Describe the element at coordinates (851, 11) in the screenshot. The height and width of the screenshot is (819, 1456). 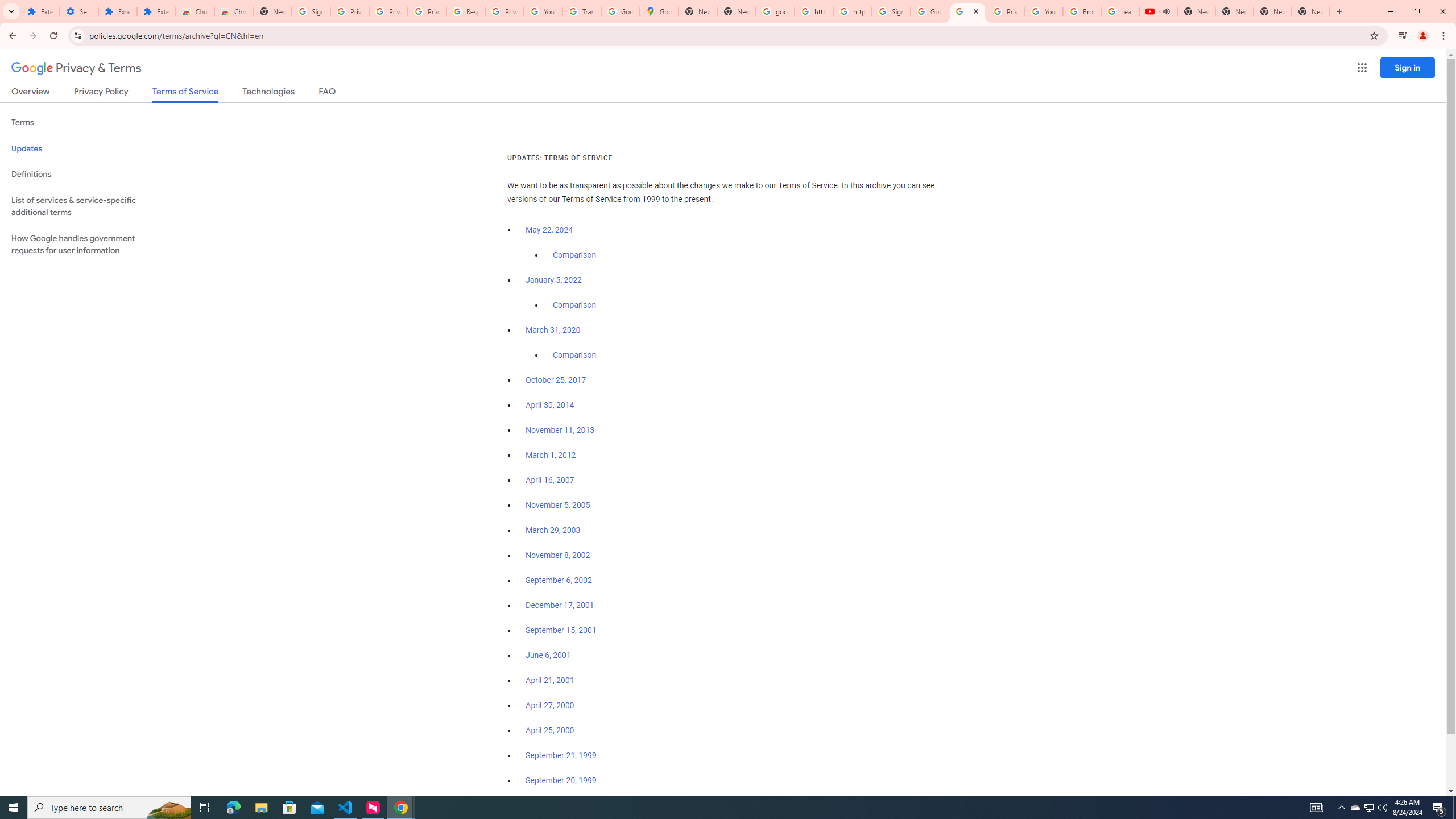
I see `'https://scholar.google.com/'` at that location.